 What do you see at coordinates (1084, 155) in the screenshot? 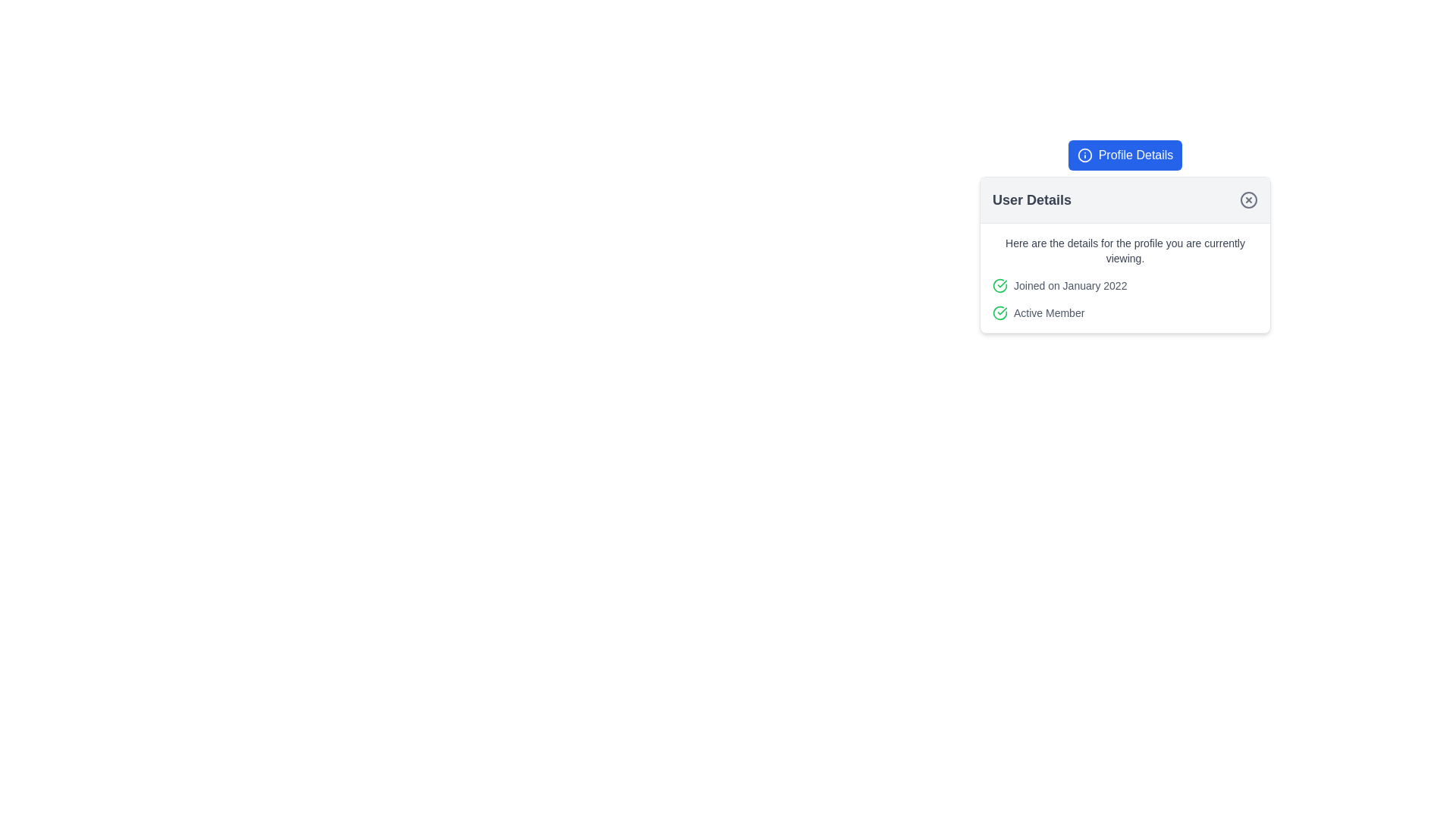
I see `the graphical icon located at the left side of the 'Profile Details' button` at bounding box center [1084, 155].